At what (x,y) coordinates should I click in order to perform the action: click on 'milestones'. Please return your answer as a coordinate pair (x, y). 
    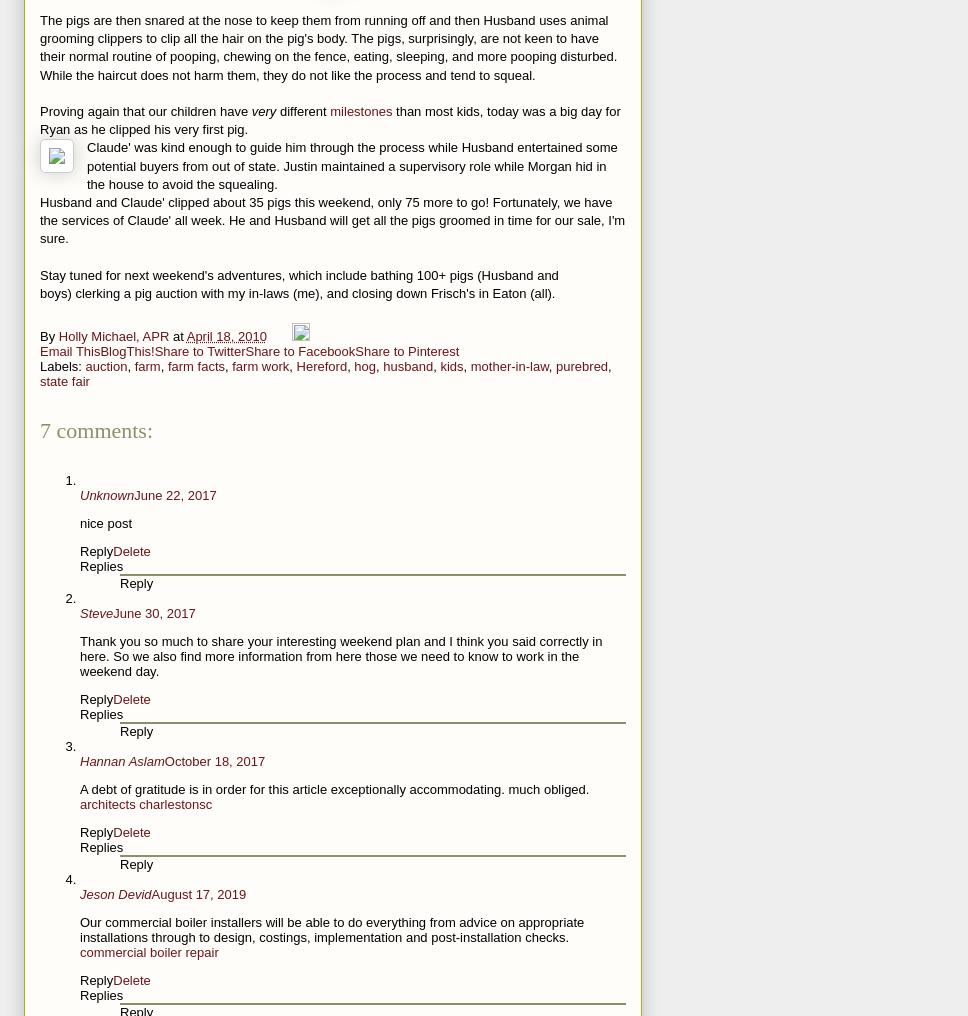
    Looking at the image, I should click on (329, 111).